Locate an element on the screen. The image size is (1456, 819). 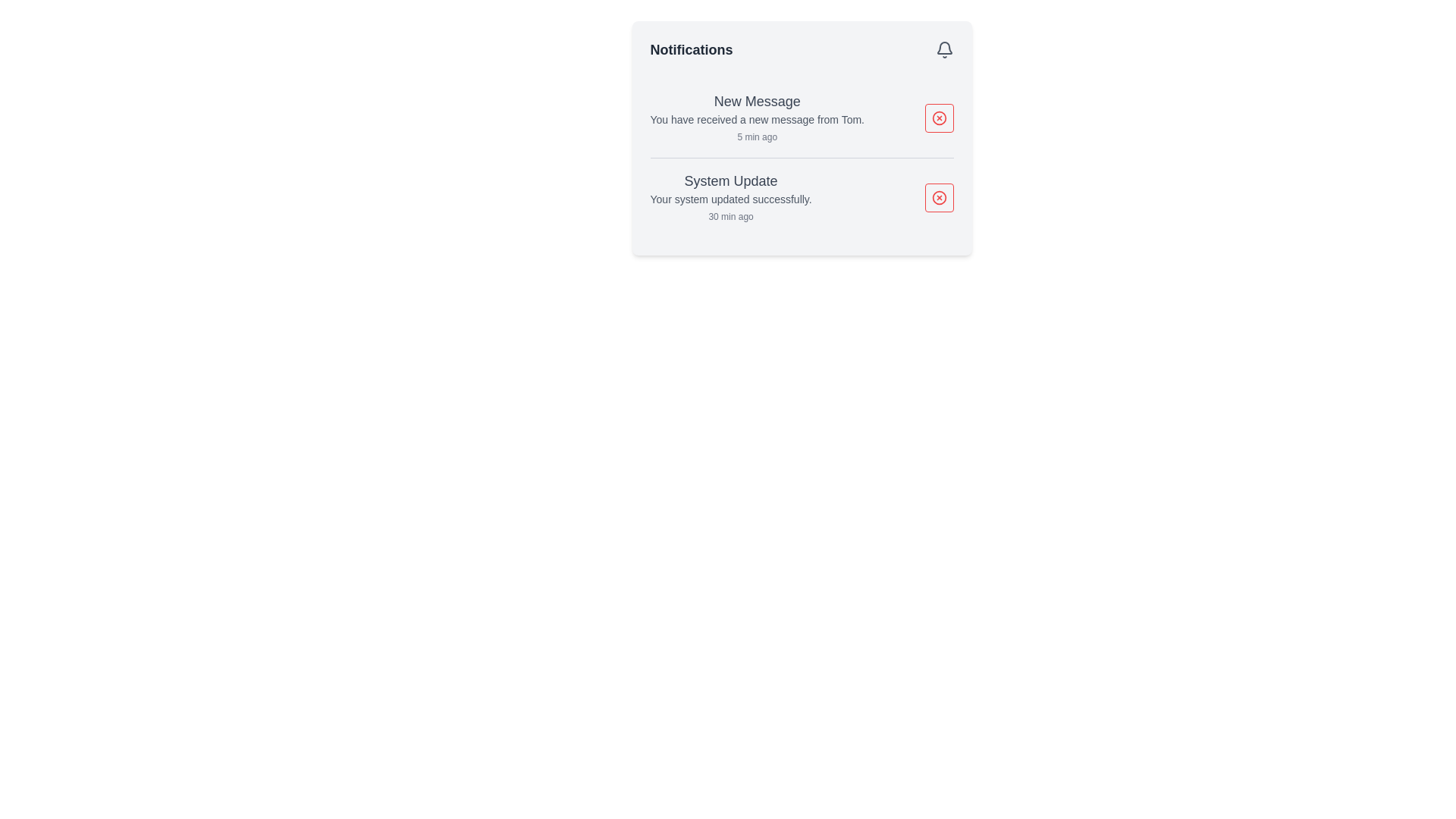
the informational notification block titled 'System Update' which contains the message 'Your system updated successfully.' is located at coordinates (731, 197).